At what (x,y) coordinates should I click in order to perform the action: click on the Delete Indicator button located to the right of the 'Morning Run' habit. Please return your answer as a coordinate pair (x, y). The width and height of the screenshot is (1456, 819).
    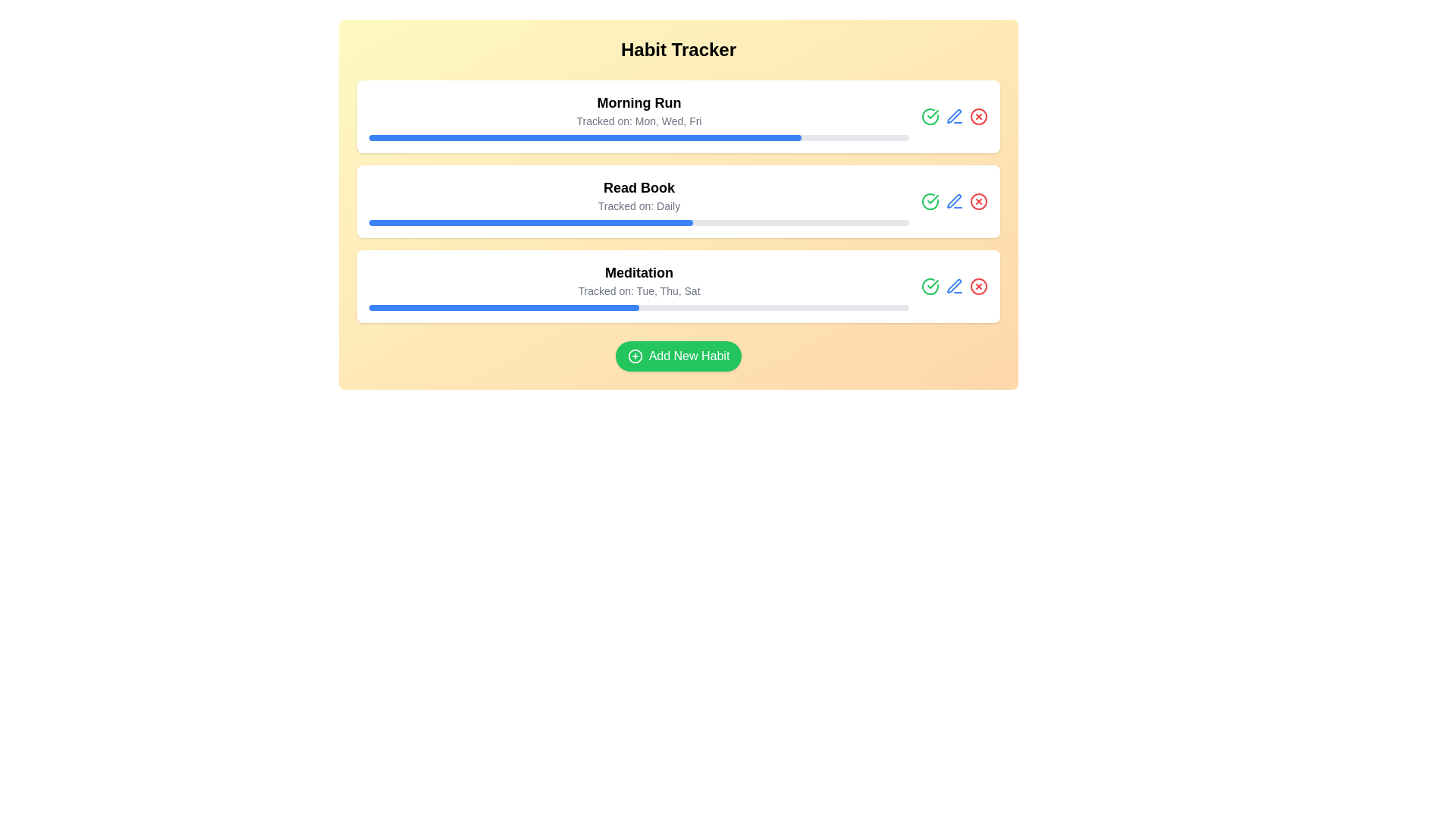
    Looking at the image, I should click on (979, 116).